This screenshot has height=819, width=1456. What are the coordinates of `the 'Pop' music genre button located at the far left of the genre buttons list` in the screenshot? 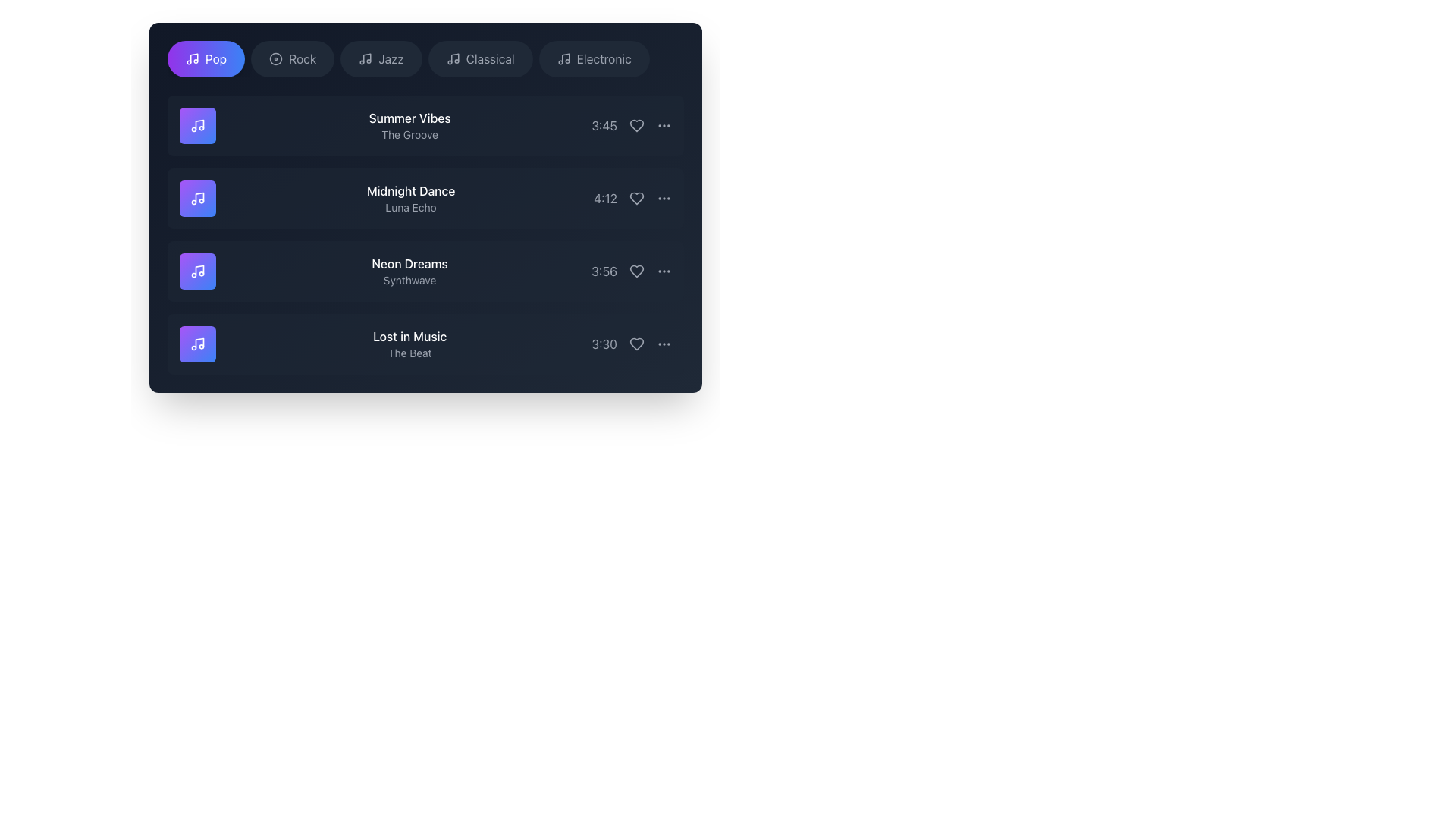 It's located at (206, 58).